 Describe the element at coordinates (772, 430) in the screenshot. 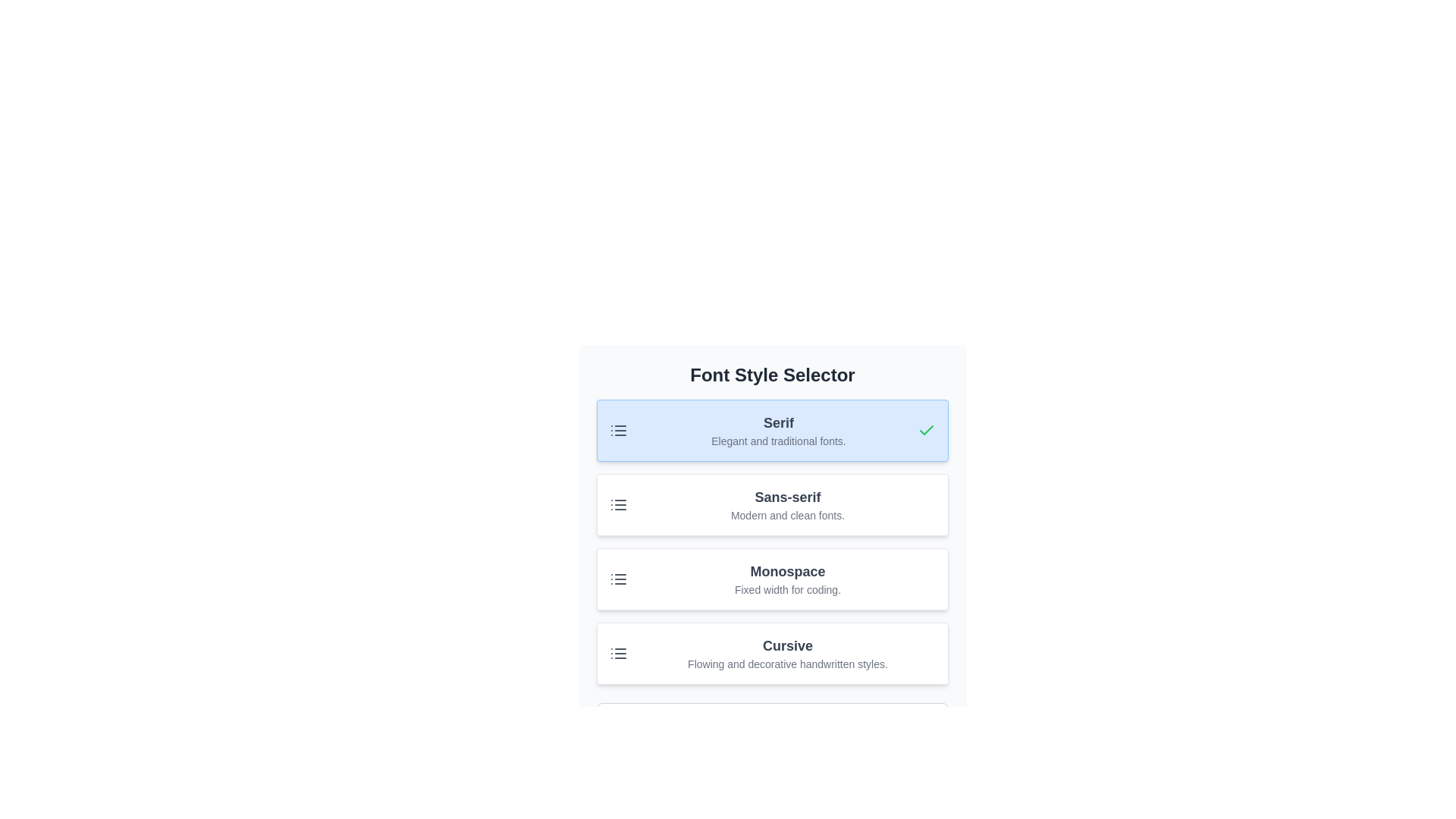

I see `the first selectable card in the Font Style Selector, which has a light blue background, a list icon on the left, a green tick on the right, and contains the text 'Serif' and 'Elegant and traditional fonts.'` at that location.